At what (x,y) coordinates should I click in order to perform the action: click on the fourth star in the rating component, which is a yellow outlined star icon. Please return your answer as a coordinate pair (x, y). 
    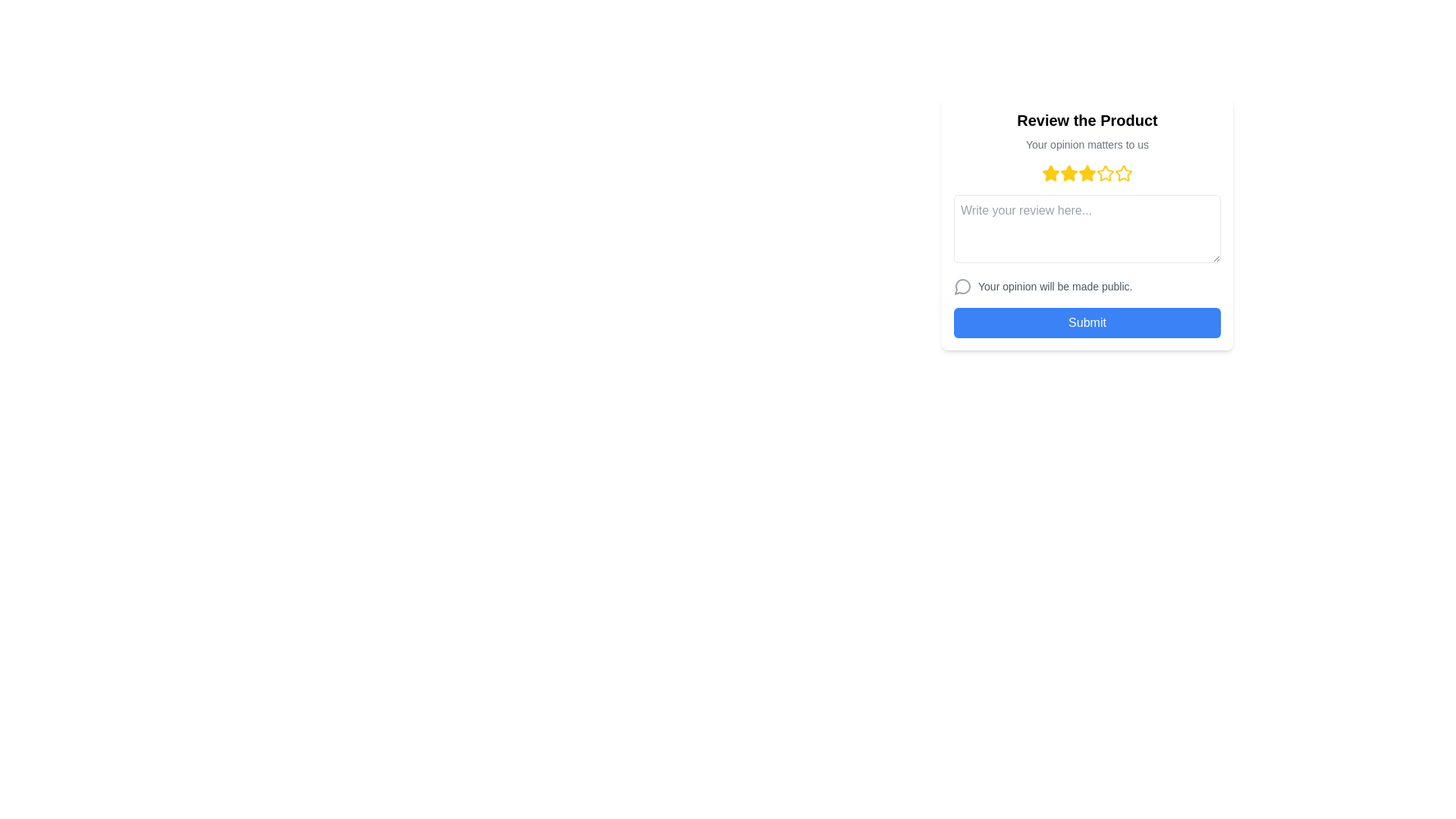
    Looking at the image, I should click on (1124, 172).